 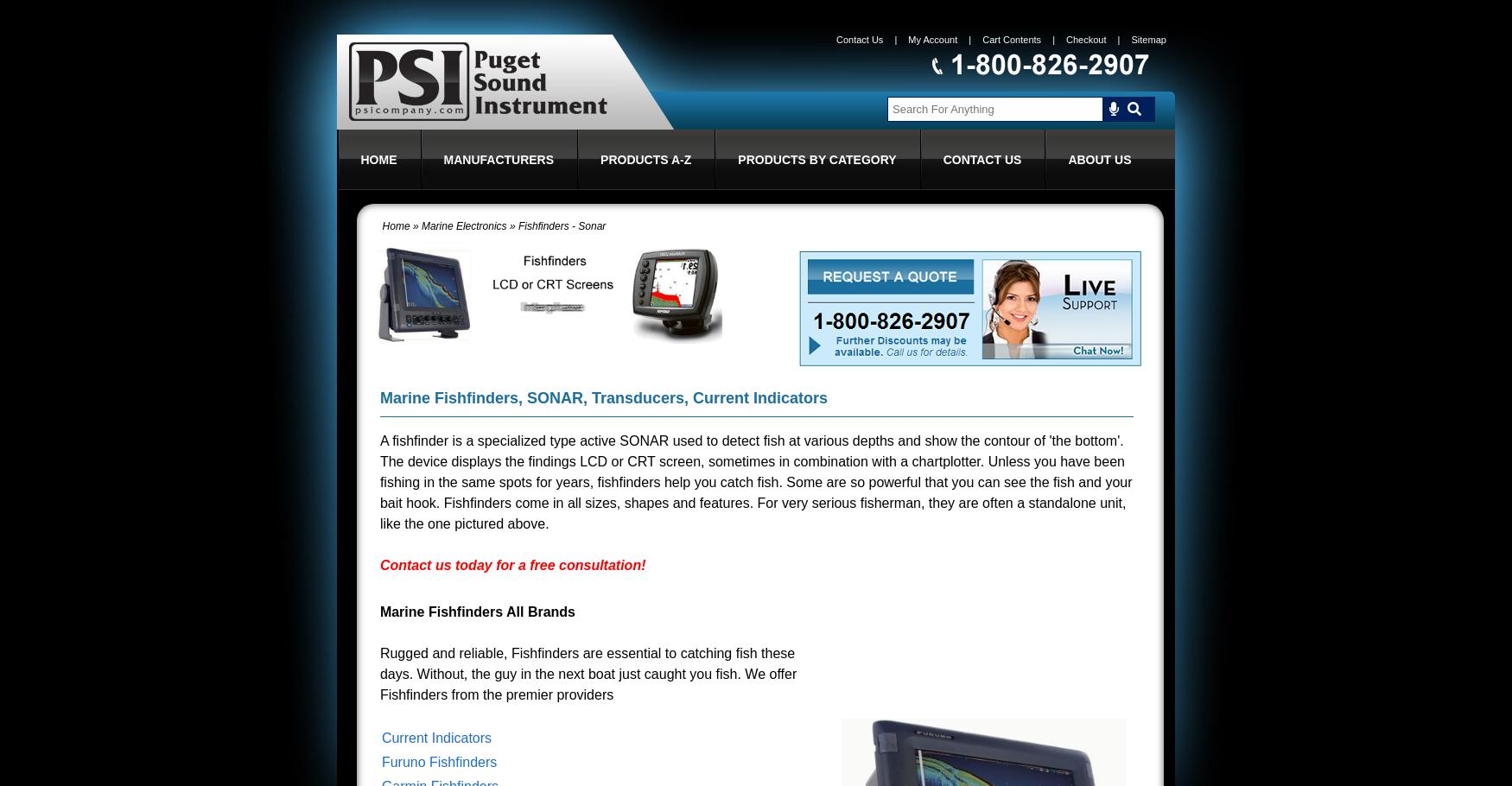 I want to click on 'Furuno
Fishfinders', so click(x=438, y=762).